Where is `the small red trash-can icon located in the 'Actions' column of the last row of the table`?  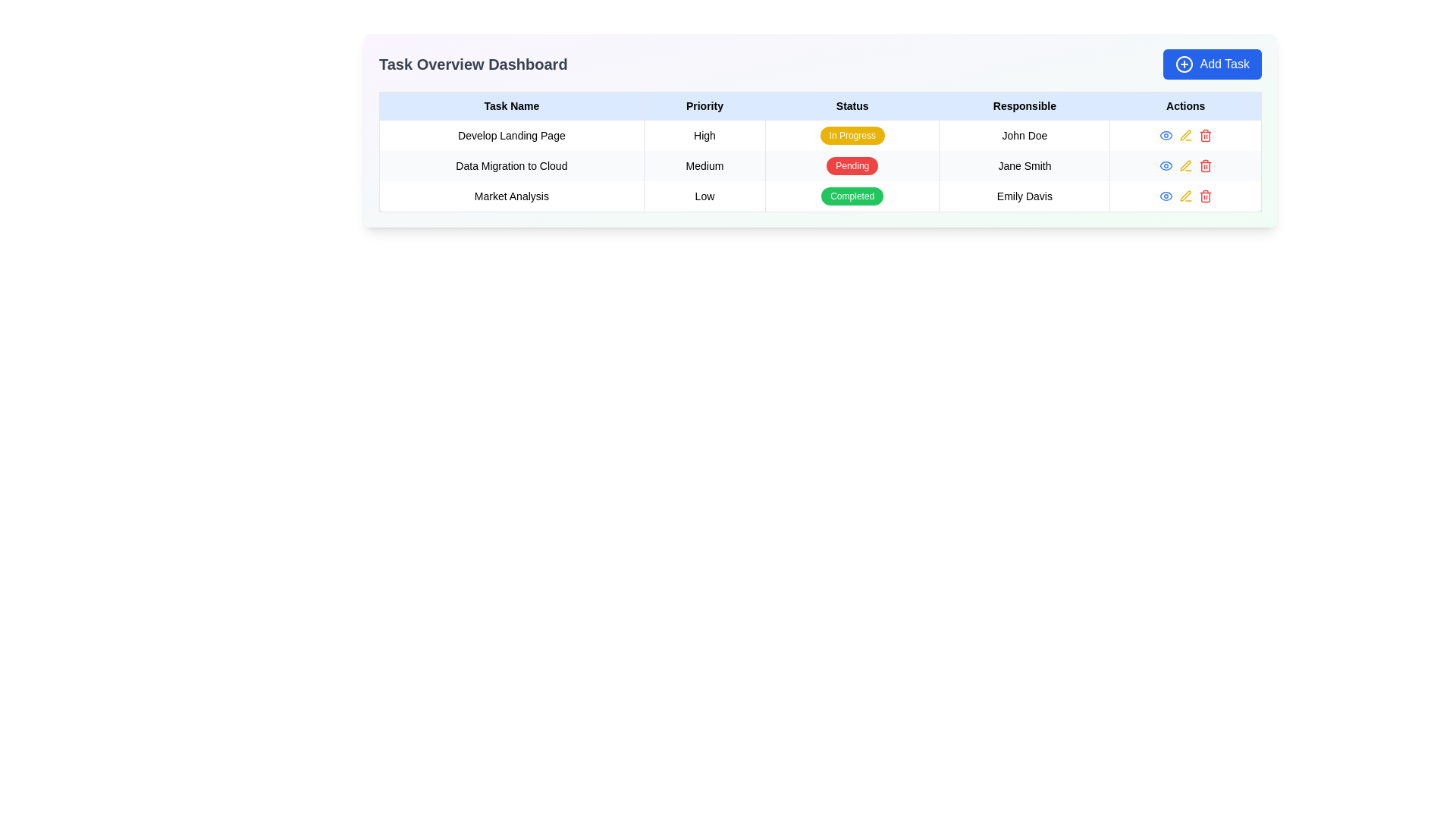 the small red trash-can icon located in the 'Actions' column of the last row of the table is located at coordinates (1204, 195).